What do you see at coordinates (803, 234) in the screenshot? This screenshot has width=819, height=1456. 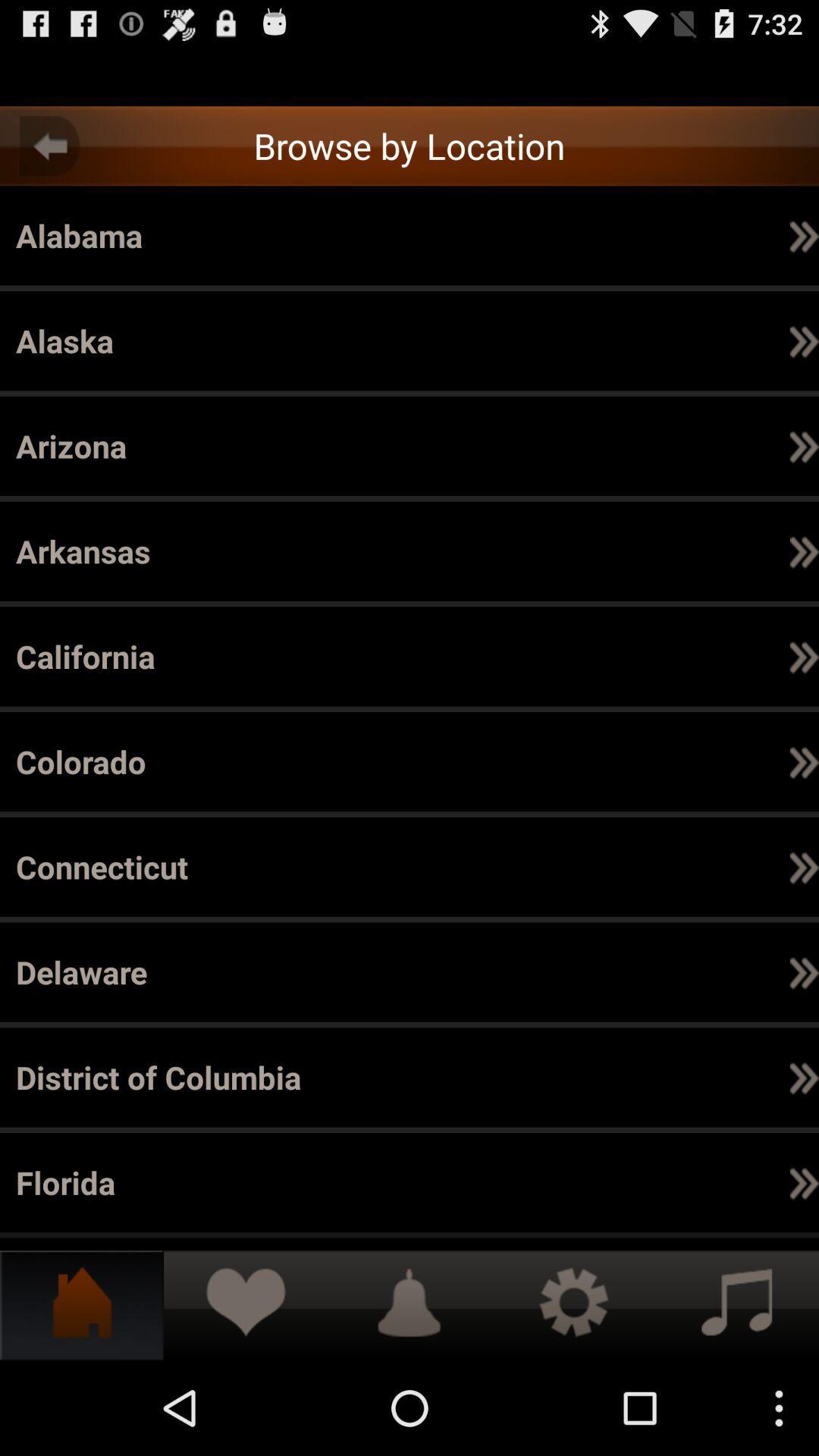 I see `icon below the california item` at bounding box center [803, 234].